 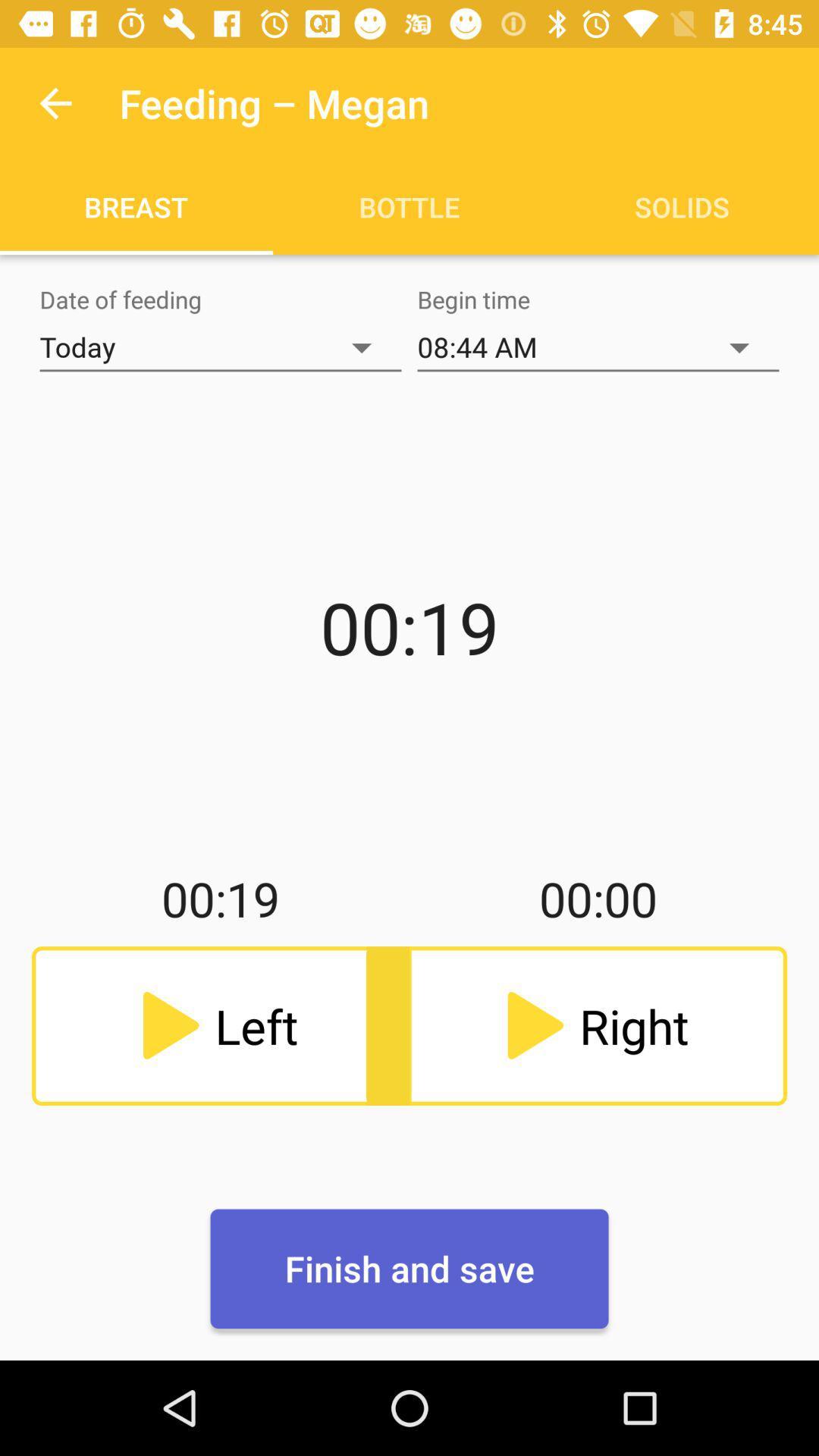 What do you see at coordinates (598, 347) in the screenshot?
I see `the icon to the right of the today icon` at bounding box center [598, 347].